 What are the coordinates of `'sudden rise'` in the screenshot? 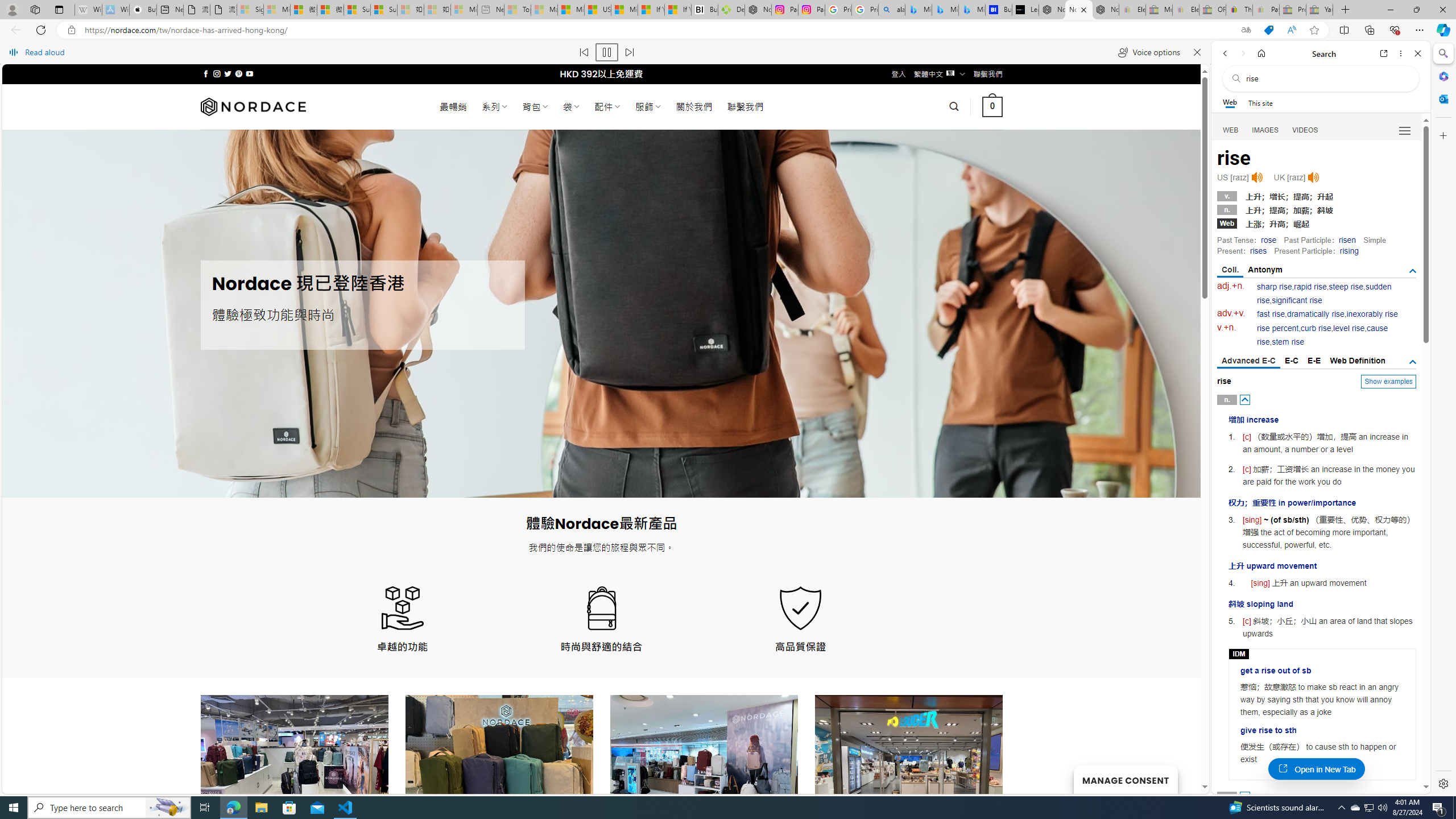 It's located at (1323, 293).